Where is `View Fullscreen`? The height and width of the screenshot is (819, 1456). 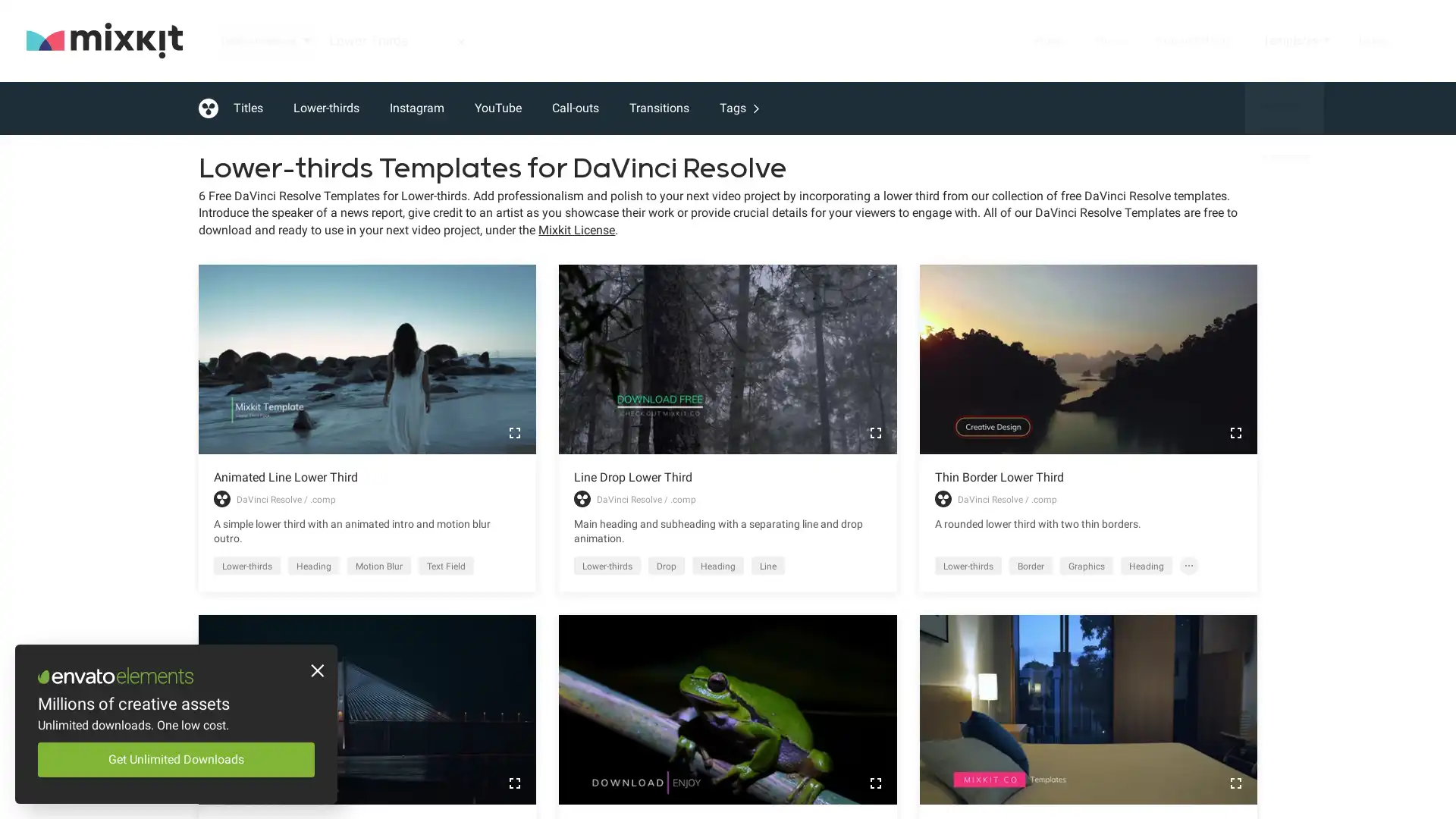 View Fullscreen is located at coordinates (1235, 783).